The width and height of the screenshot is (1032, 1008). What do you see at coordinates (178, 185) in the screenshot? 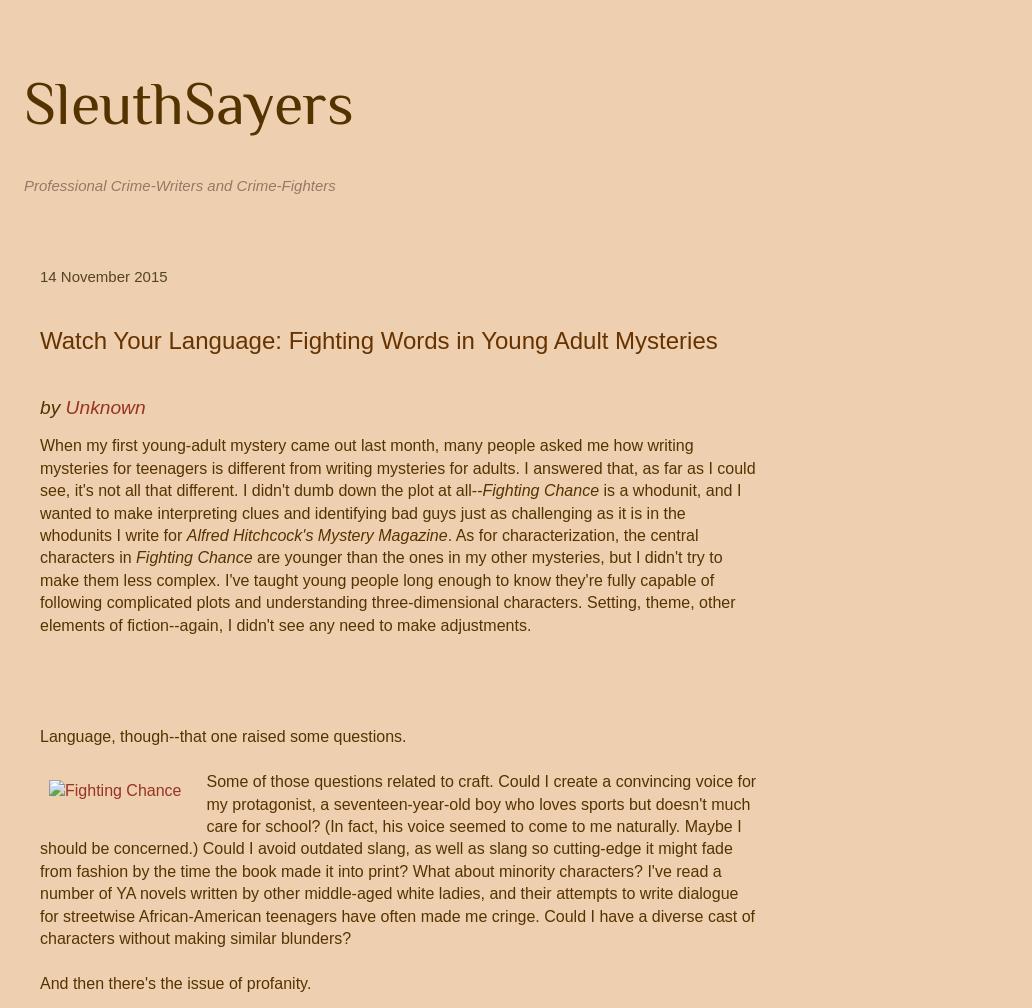
I see `'Professional Crime-Writers and Crime-Fighters'` at bounding box center [178, 185].